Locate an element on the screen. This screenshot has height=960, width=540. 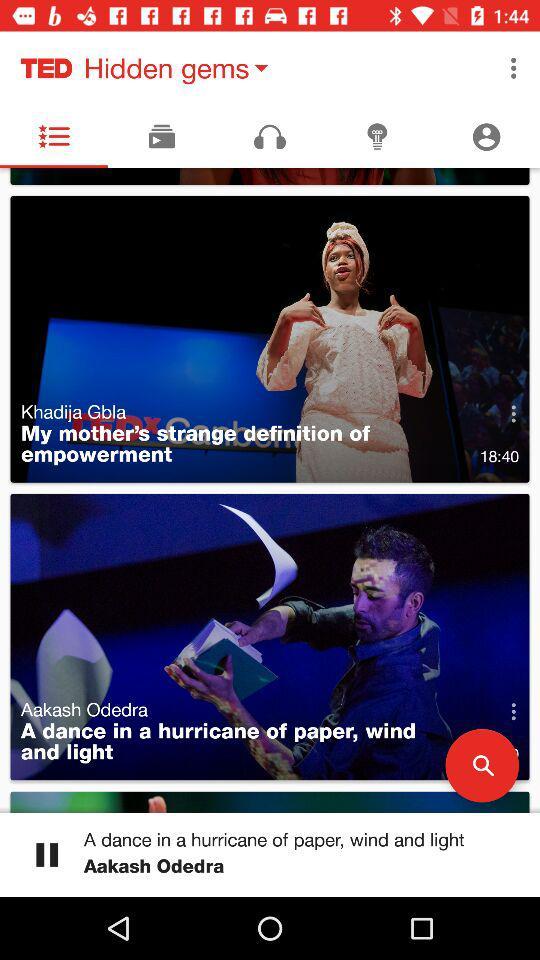
the search icon is located at coordinates (481, 764).